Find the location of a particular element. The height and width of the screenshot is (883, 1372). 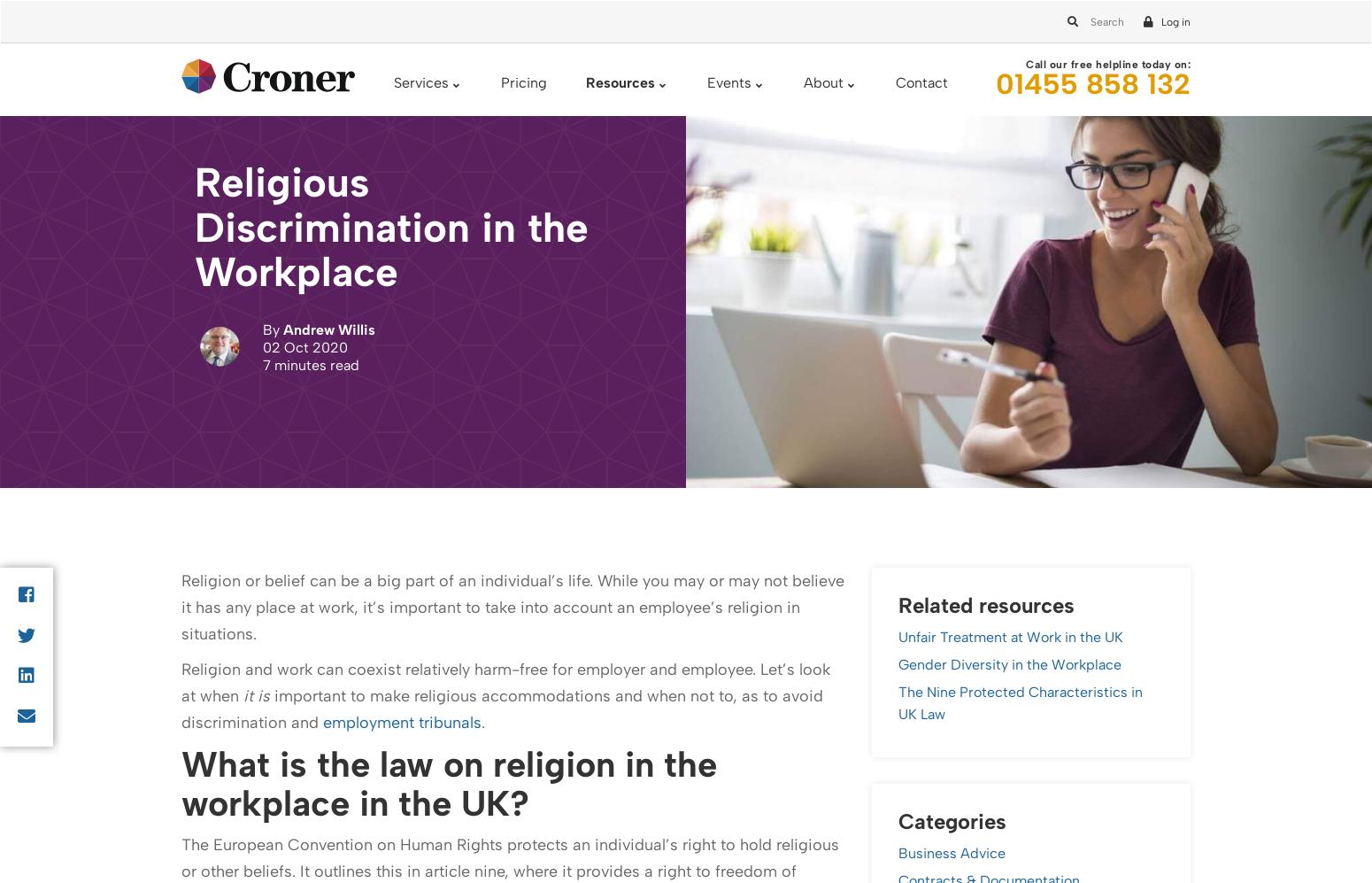

'.' is located at coordinates (399, 348).